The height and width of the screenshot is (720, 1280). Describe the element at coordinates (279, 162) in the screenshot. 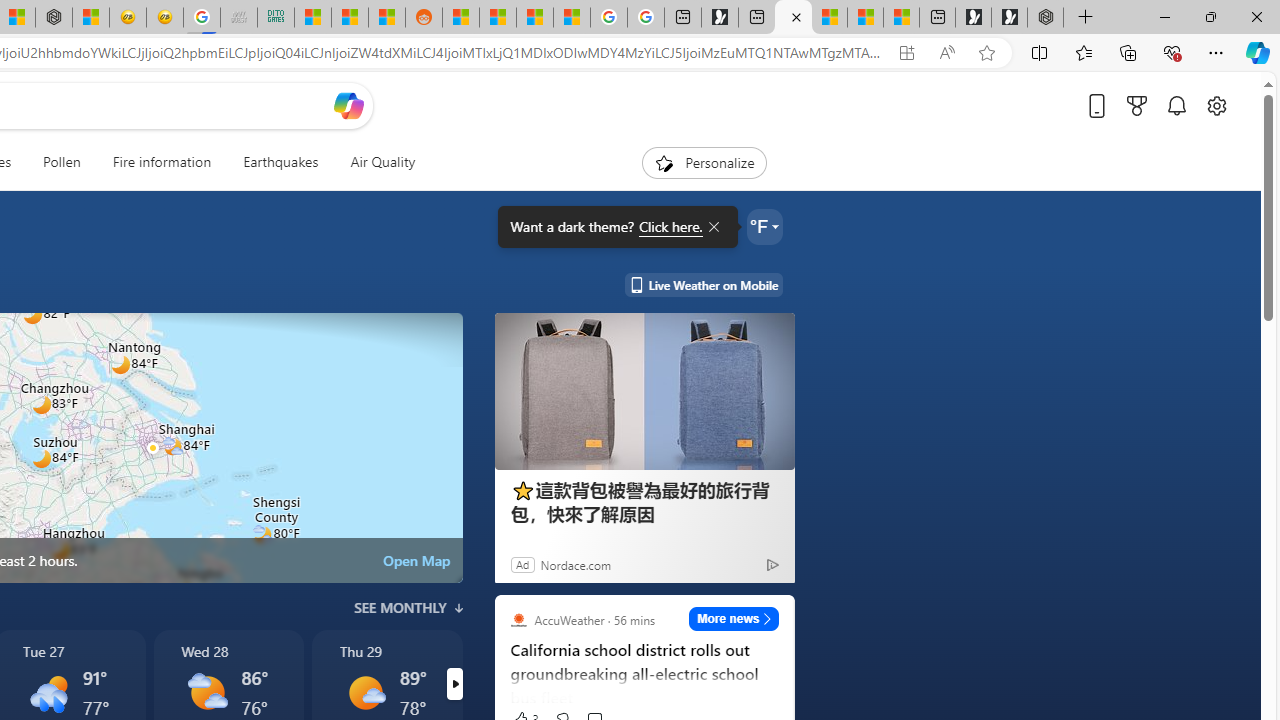

I see `'Earthquakes'` at that location.